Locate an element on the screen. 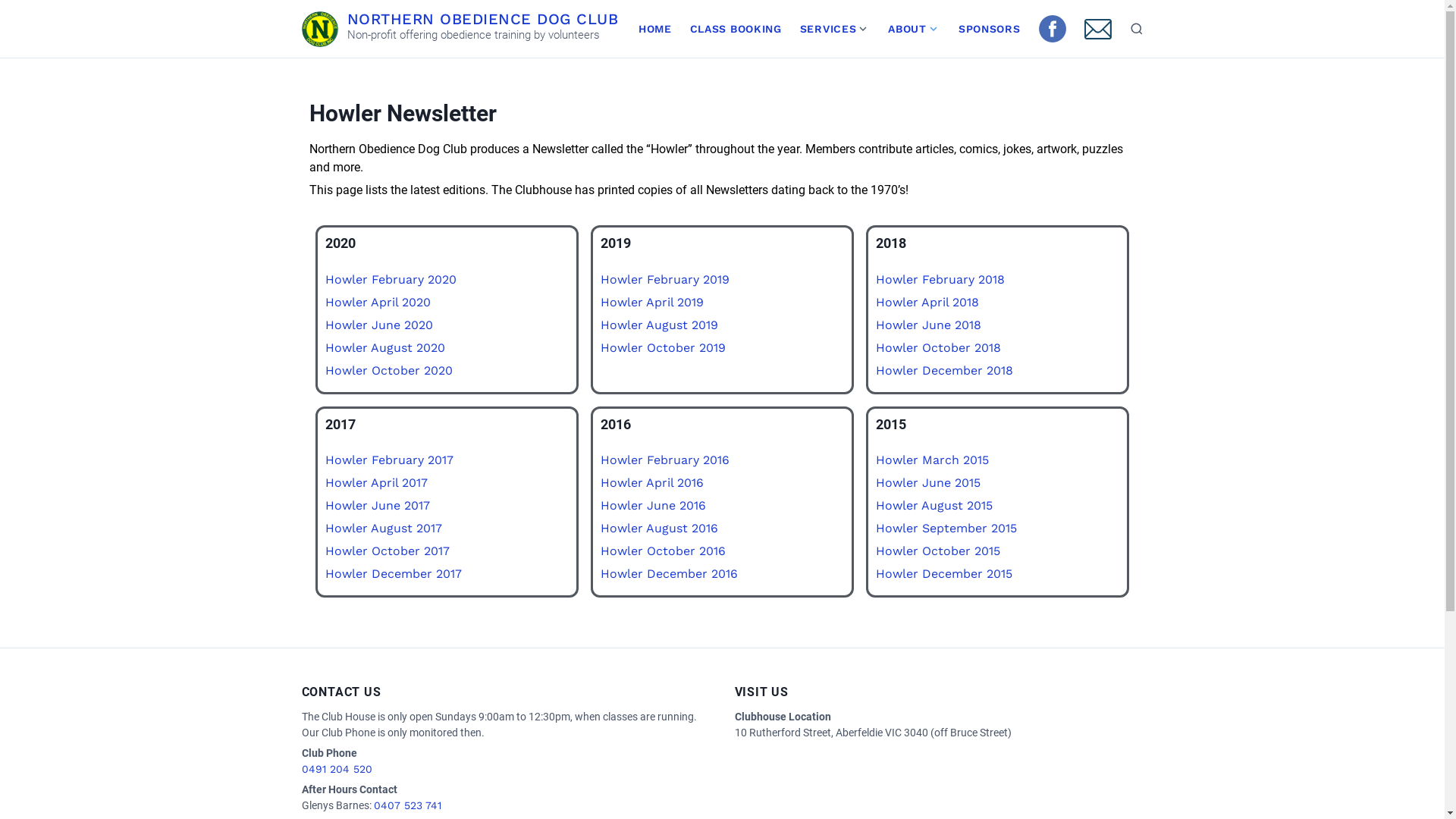 The width and height of the screenshot is (1456, 819). 'SERVICES' is located at coordinates (789, 29).